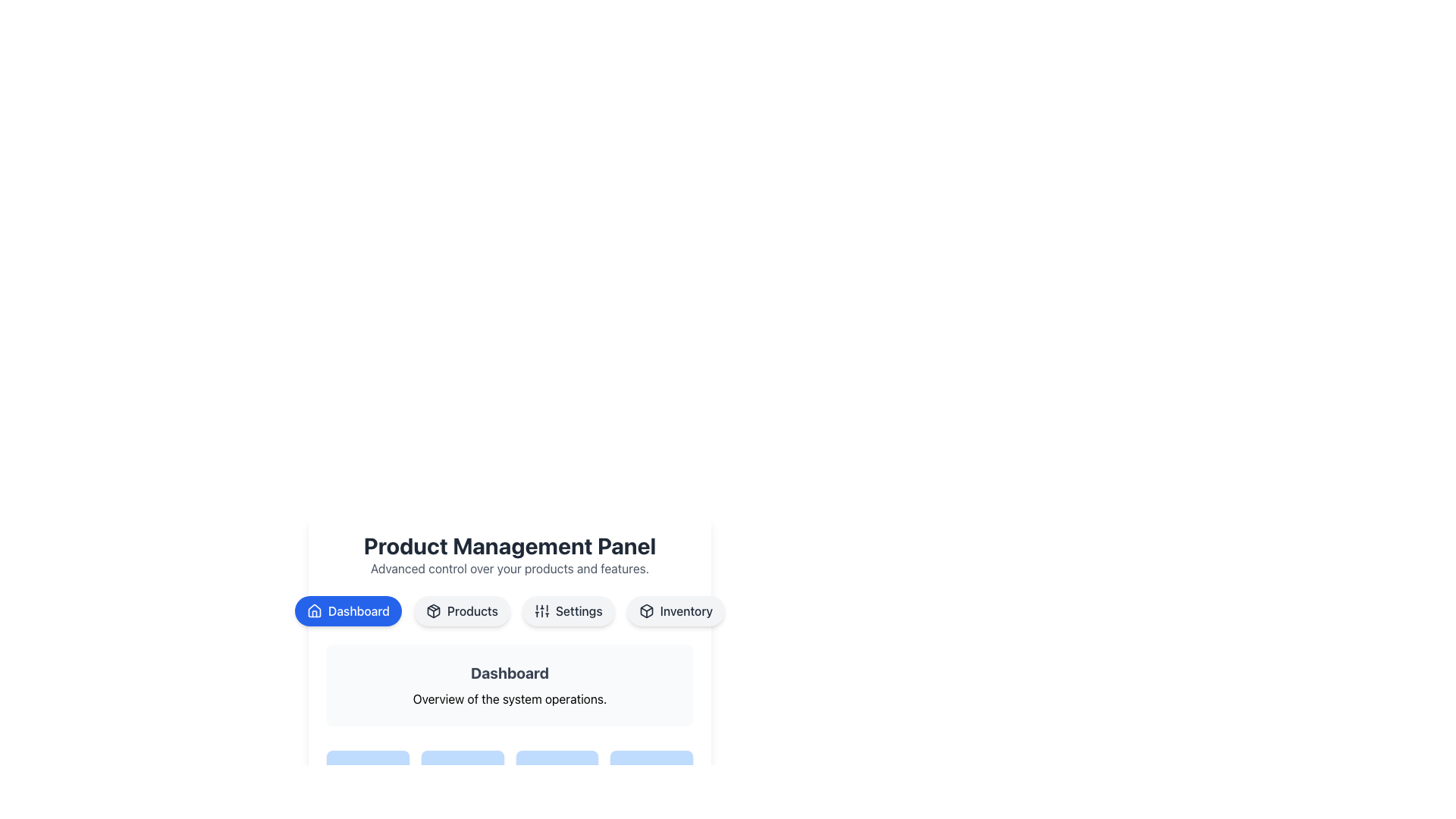 The height and width of the screenshot is (819, 1456). I want to click on information displayed on the 'Dashboard' informational card, which has a light gray background and rounded corners, with the title 'Dashboard' in bold at the top and the subtitle 'Overview of the system operations.' below it, so click(510, 685).